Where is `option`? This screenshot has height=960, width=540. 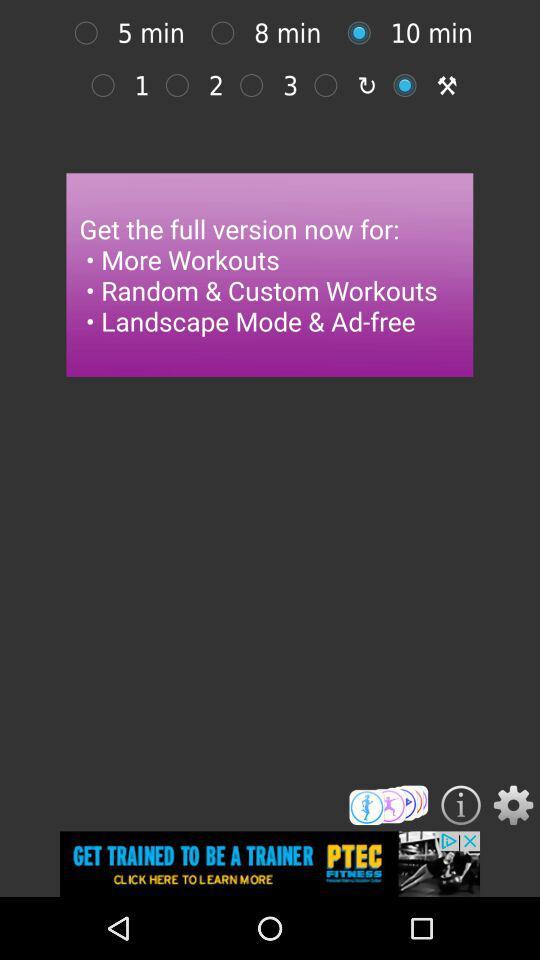
option is located at coordinates (90, 32).